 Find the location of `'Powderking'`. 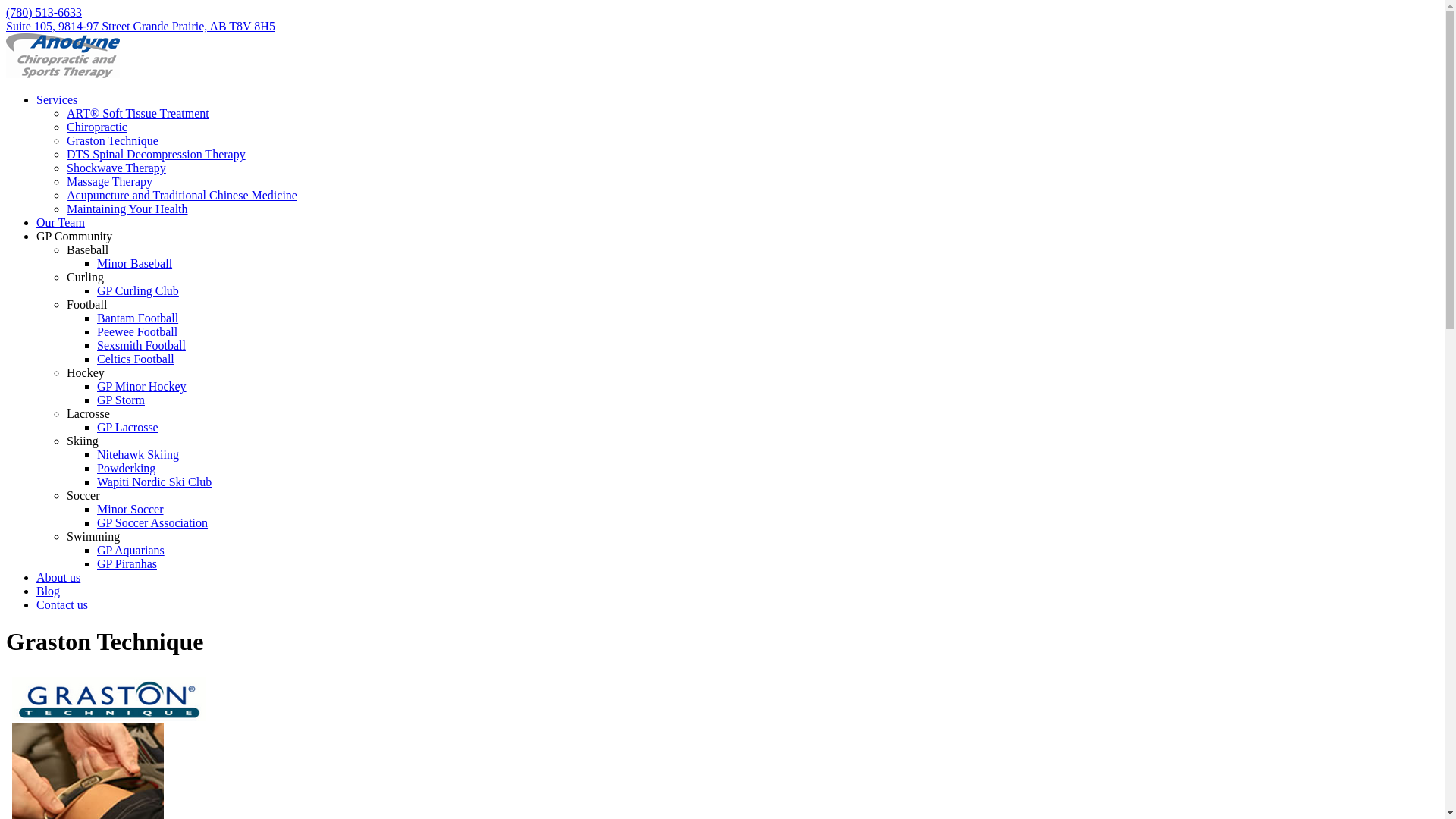

'Powderking' is located at coordinates (96, 467).